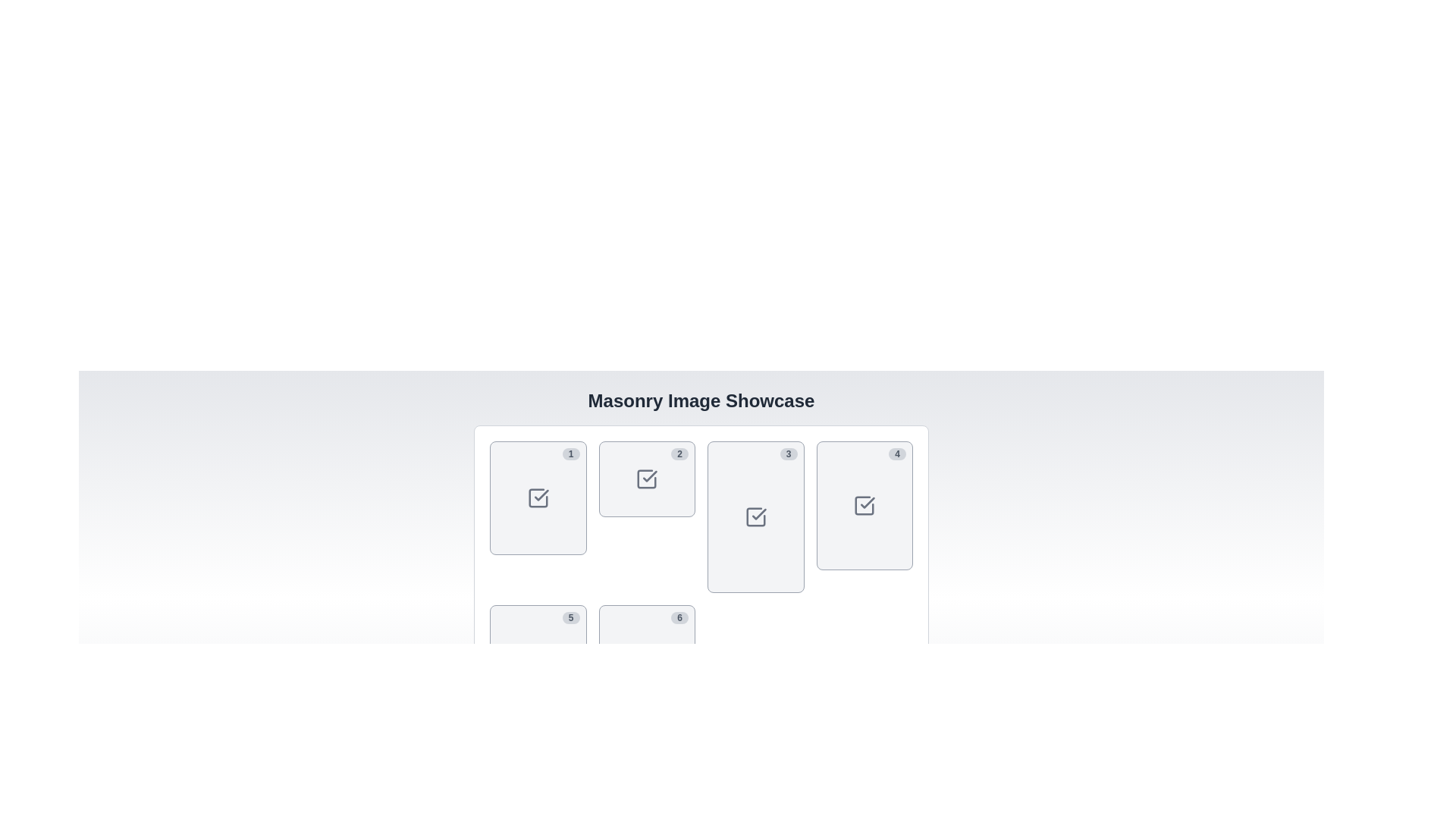 This screenshot has height=819, width=1456. Describe the element at coordinates (538, 497) in the screenshot. I see `the checkbox icon with a checkmark inside, located centrally within the first card labeled with the number 1` at that location.